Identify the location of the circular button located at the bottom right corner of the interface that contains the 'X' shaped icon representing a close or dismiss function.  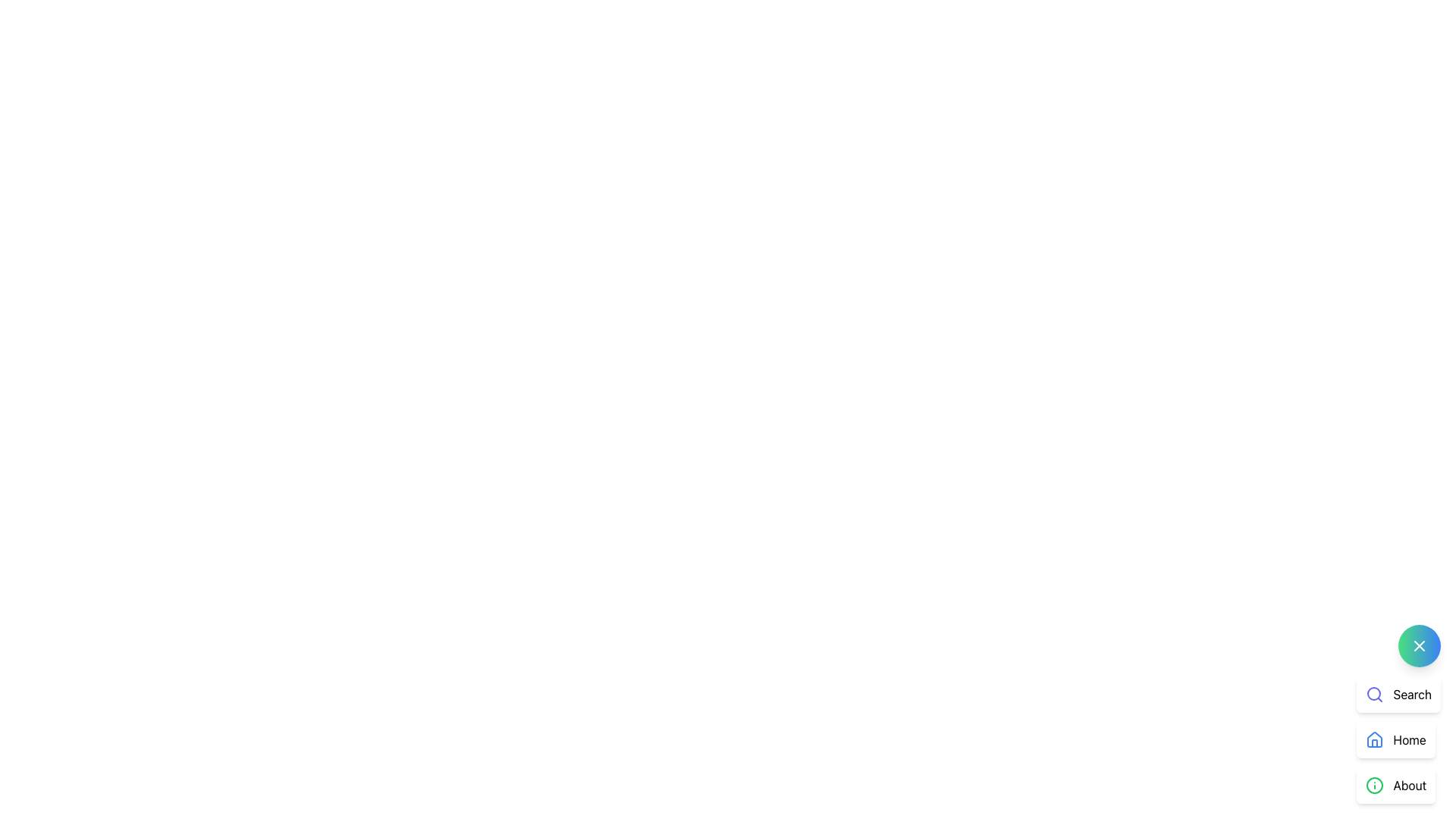
(1419, 646).